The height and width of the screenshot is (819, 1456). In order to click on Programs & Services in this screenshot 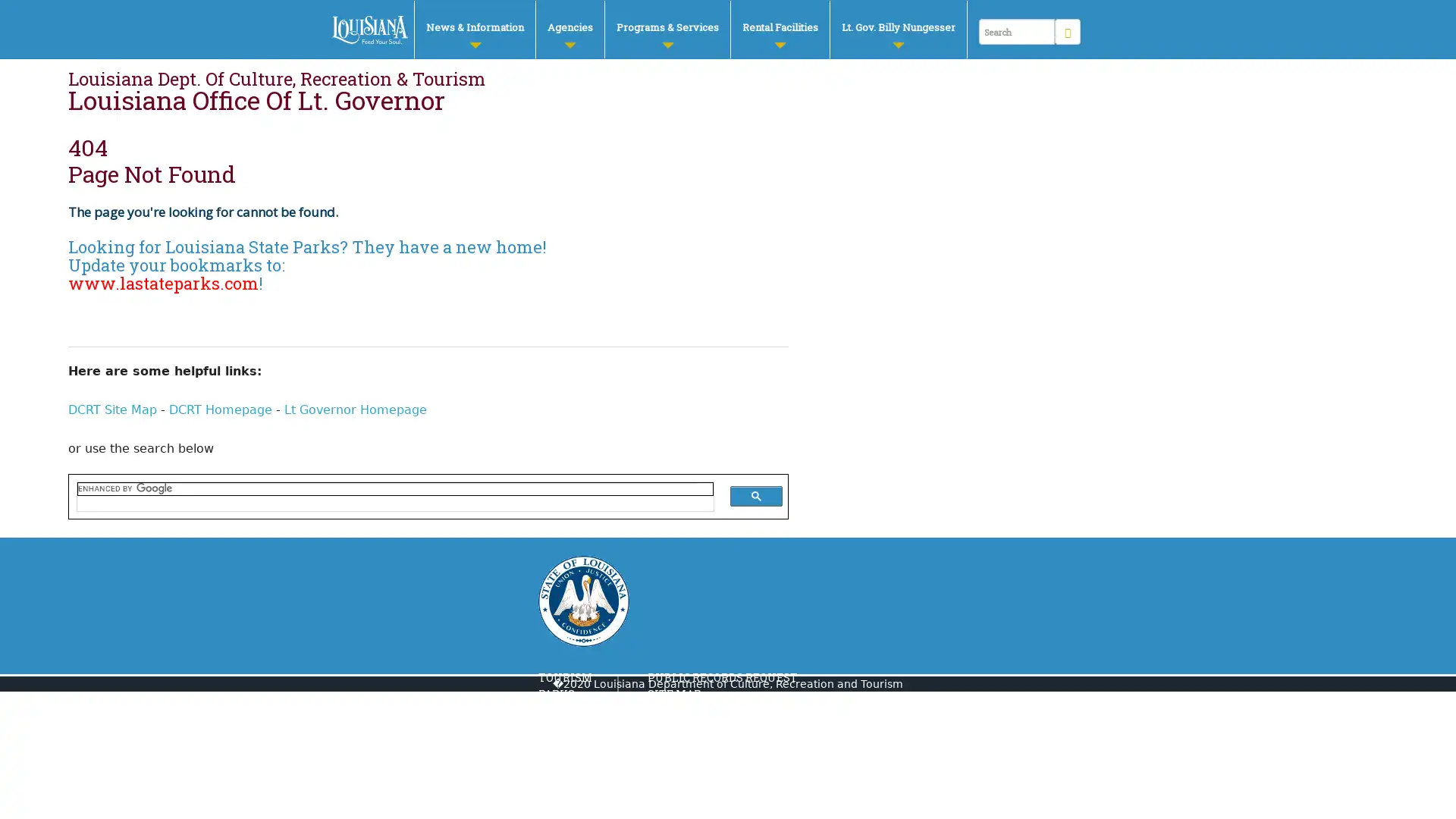, I will do `click(667, 29)`.